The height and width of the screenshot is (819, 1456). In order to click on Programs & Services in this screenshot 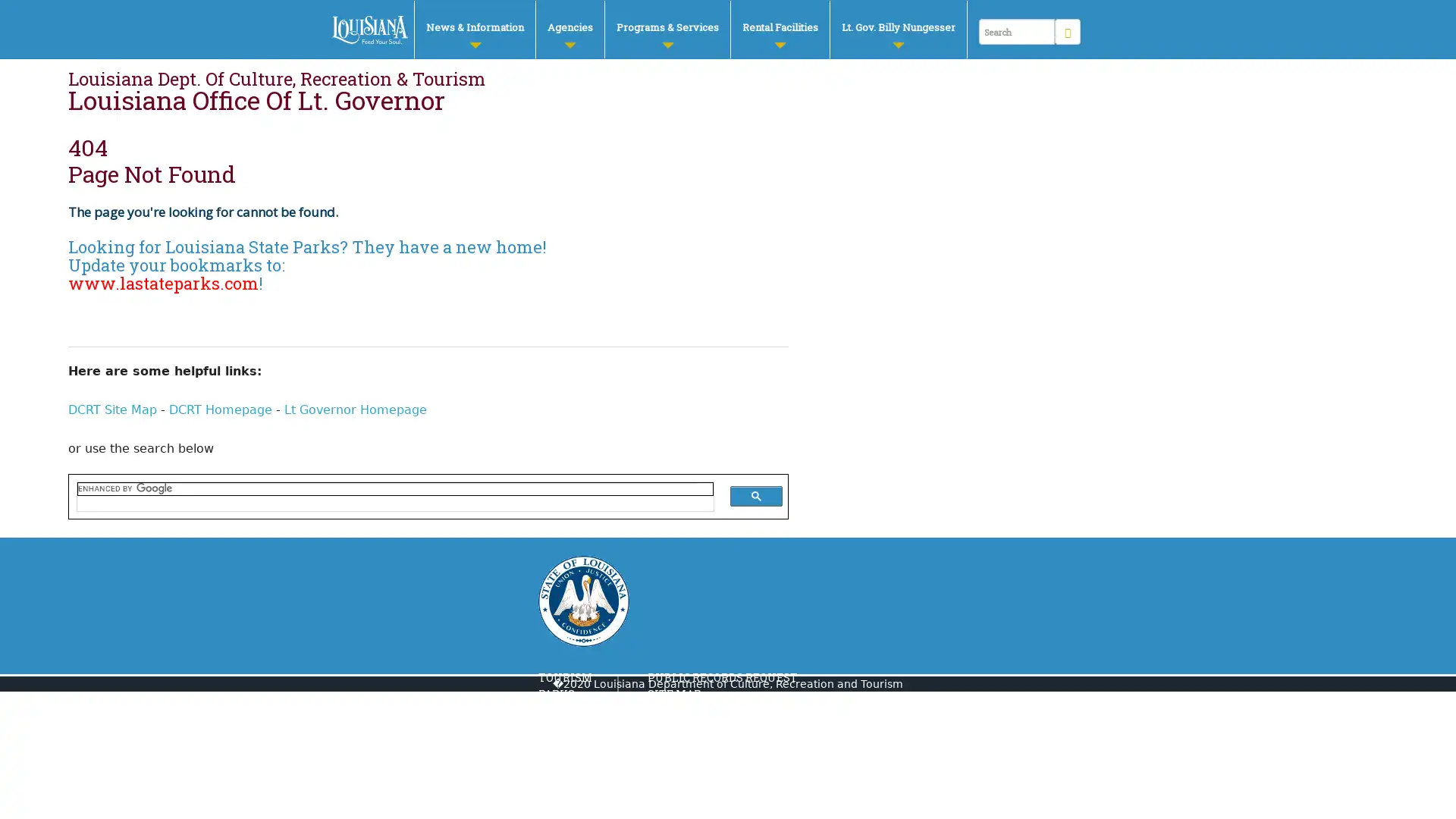, I will do `click(667, 29)`.